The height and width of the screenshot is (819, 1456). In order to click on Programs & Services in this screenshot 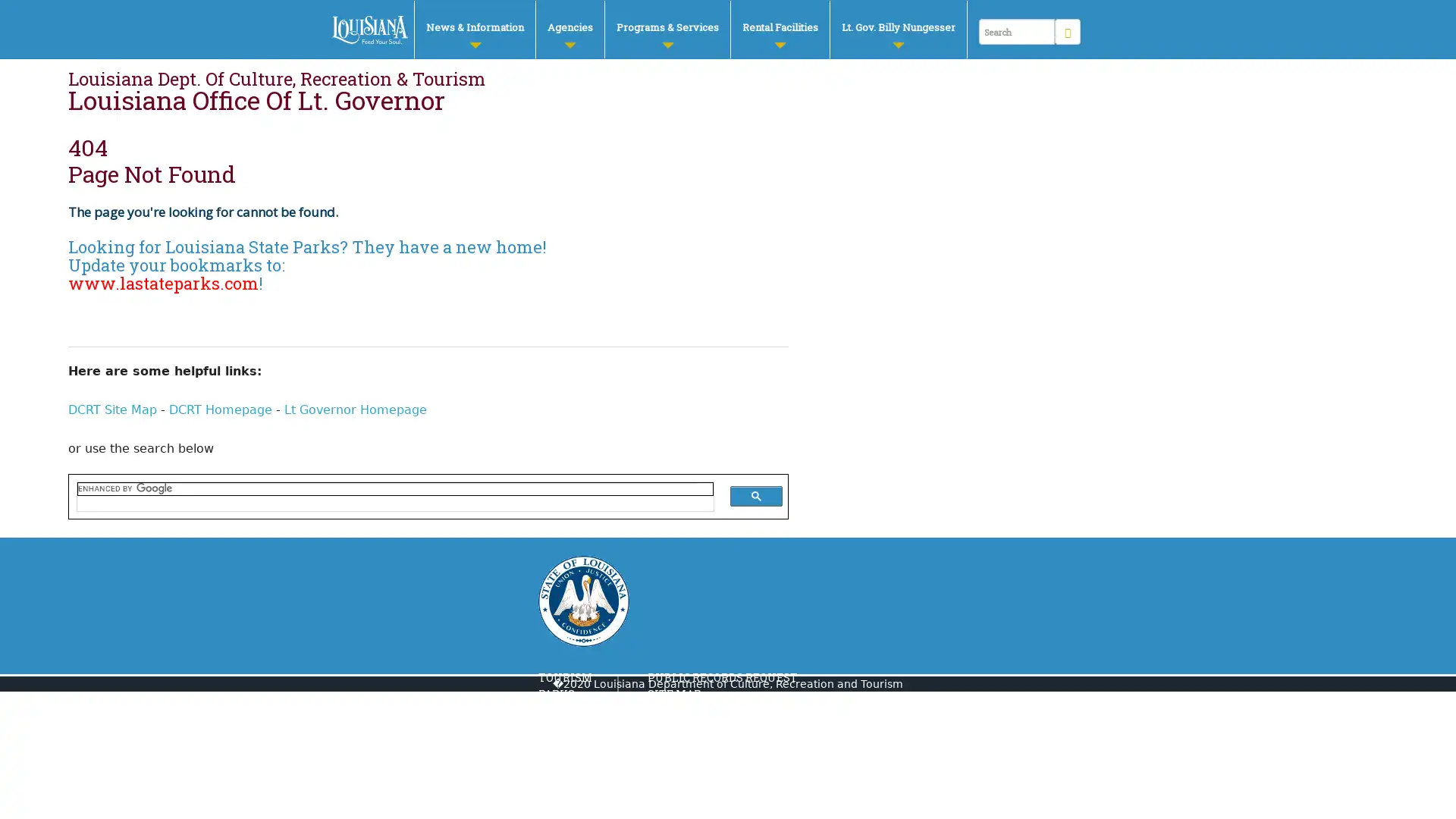, I will do `click(667, 29)`.